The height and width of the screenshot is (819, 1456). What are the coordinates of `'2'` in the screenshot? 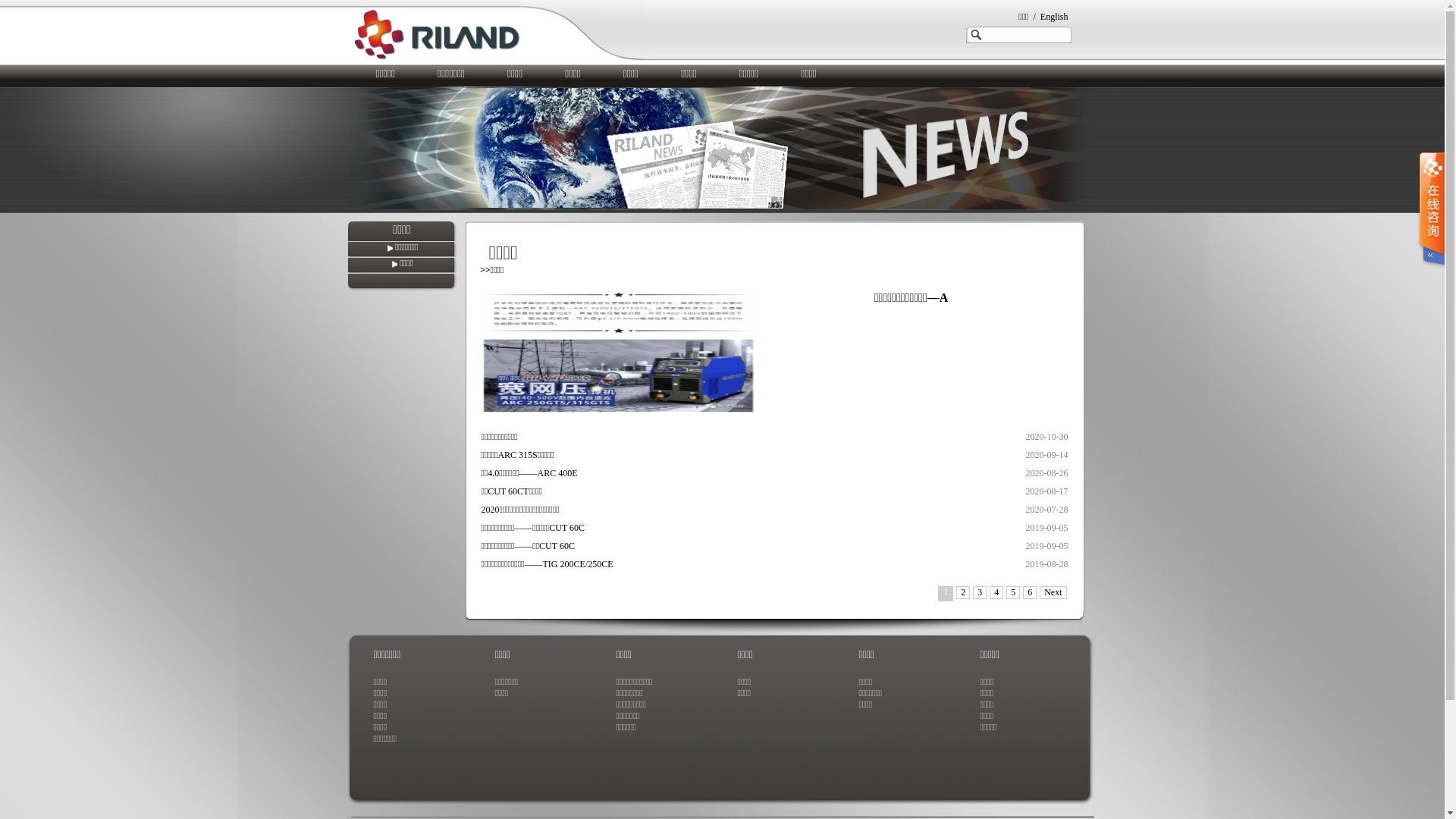 It's located at (962, 591).